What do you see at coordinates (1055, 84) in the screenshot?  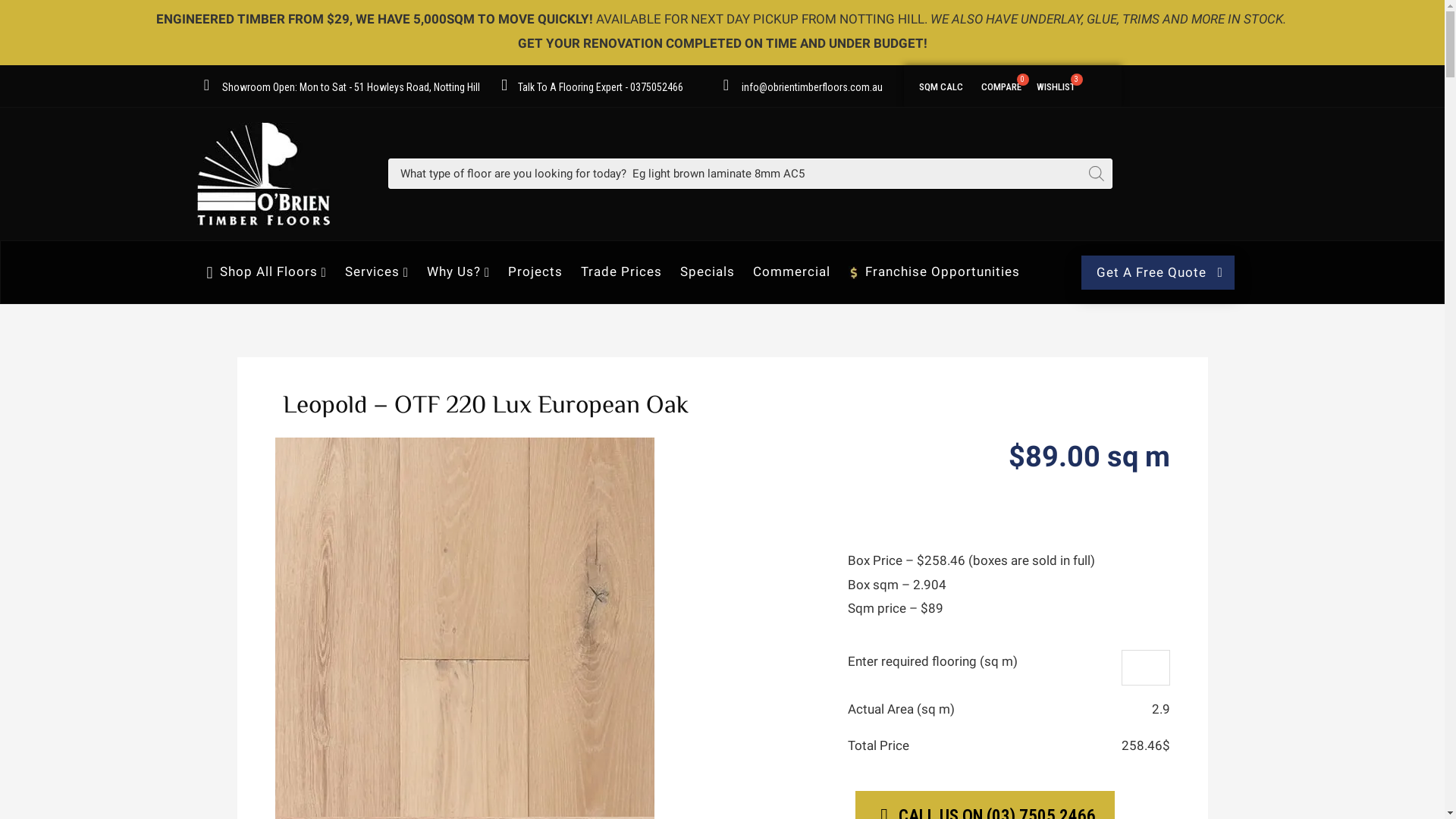 I see `'WISHLIST'` at bounding box center [1055, 84].